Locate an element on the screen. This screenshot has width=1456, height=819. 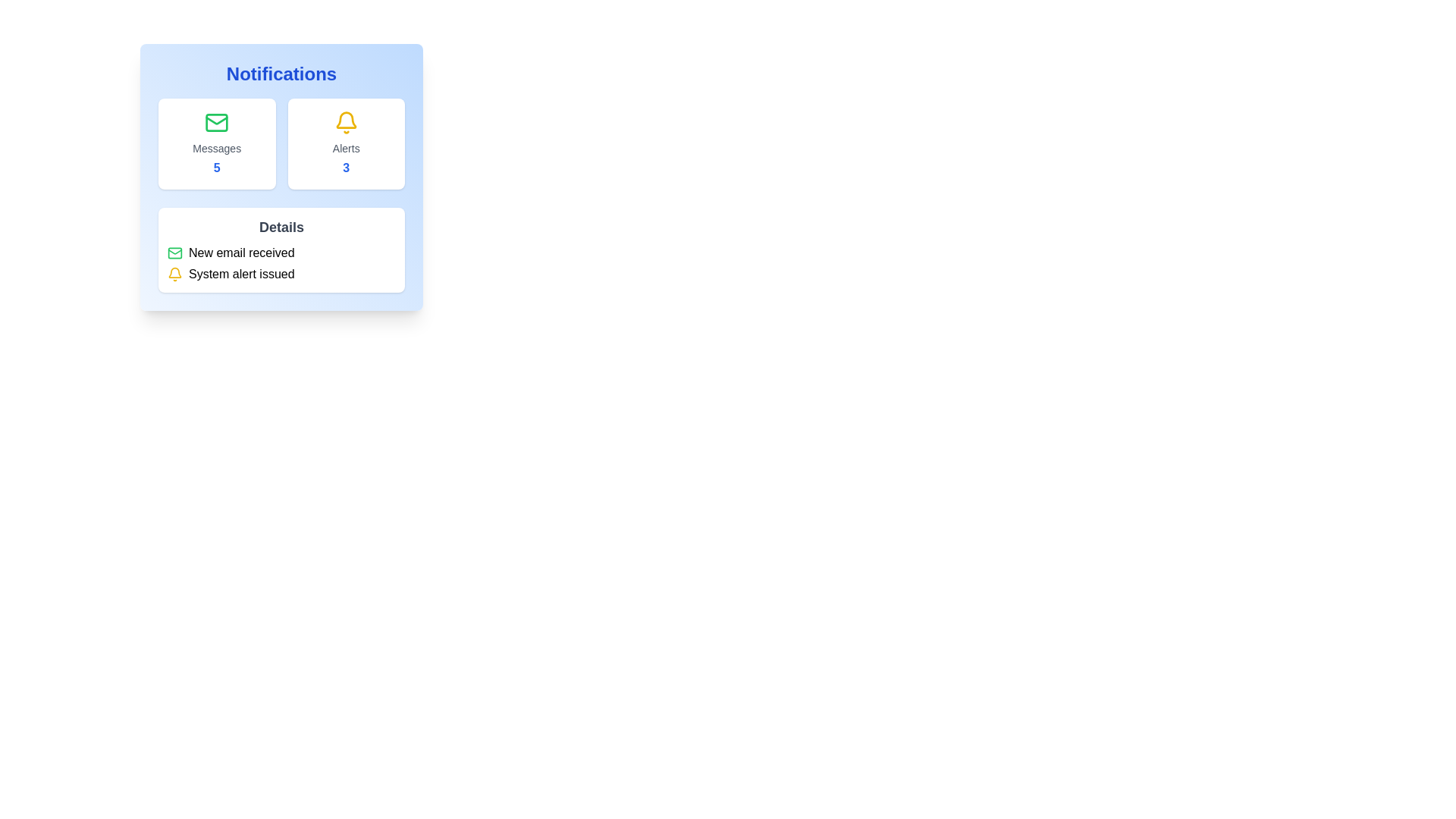
the messages icon located at the top left corner of the notifications area is located at coordinates (216, 122).